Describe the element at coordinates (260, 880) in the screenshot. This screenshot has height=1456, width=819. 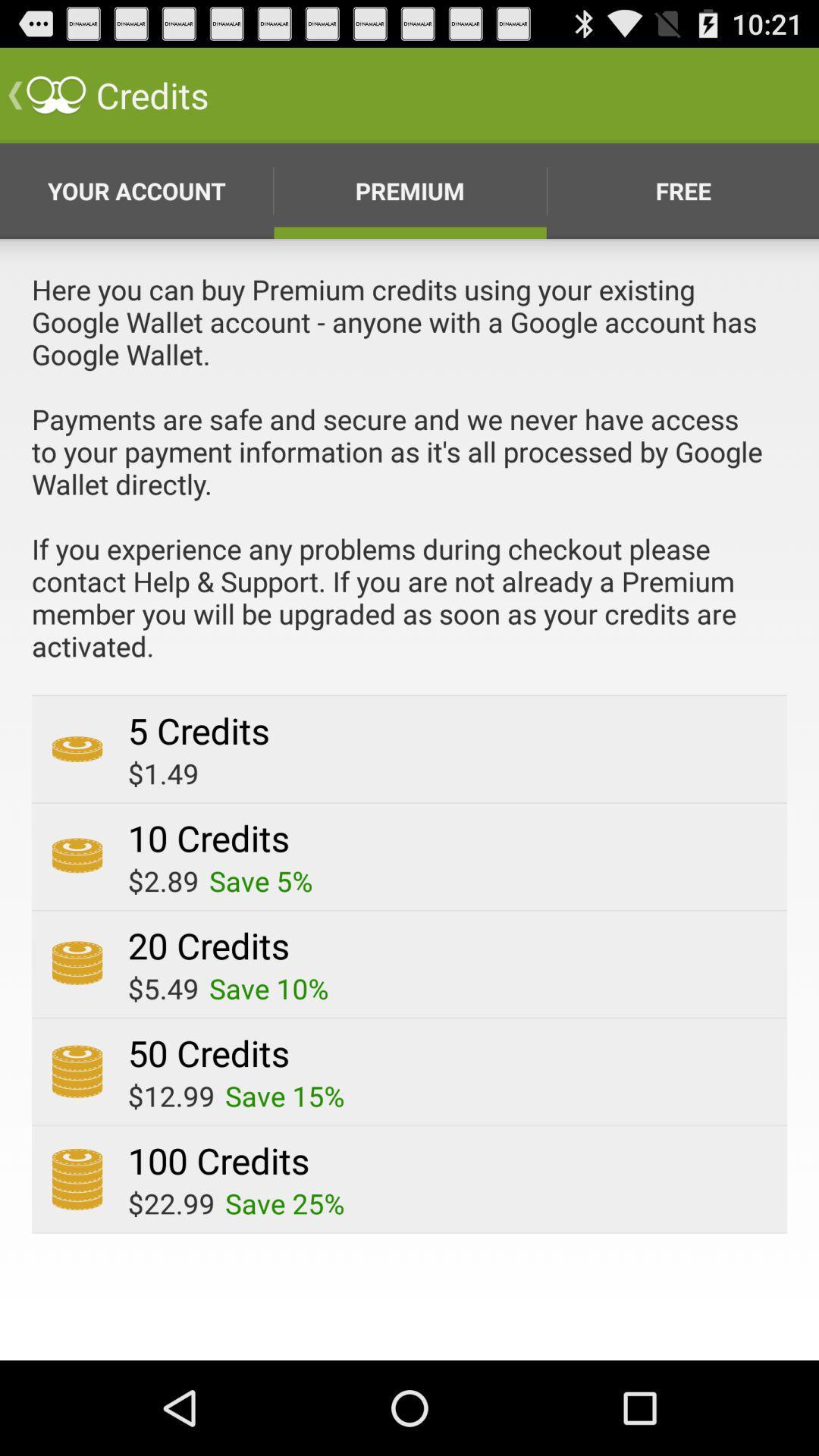
I see `the app above 20 credits icon` at that location.